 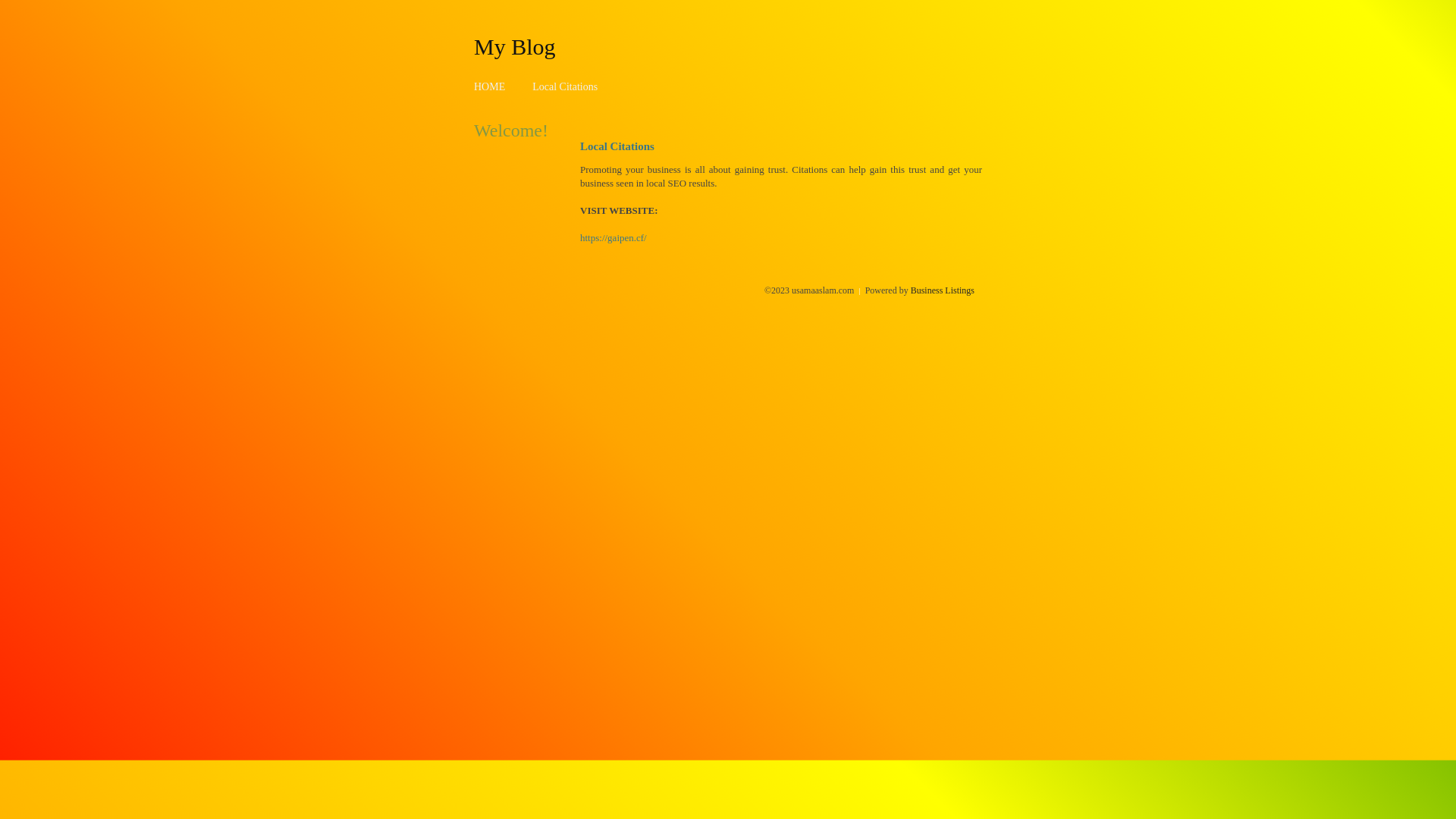 What do you see at coordinates (472, 86) in the screenshot?
I see `'HOME'` at bounding box center [472, 86].